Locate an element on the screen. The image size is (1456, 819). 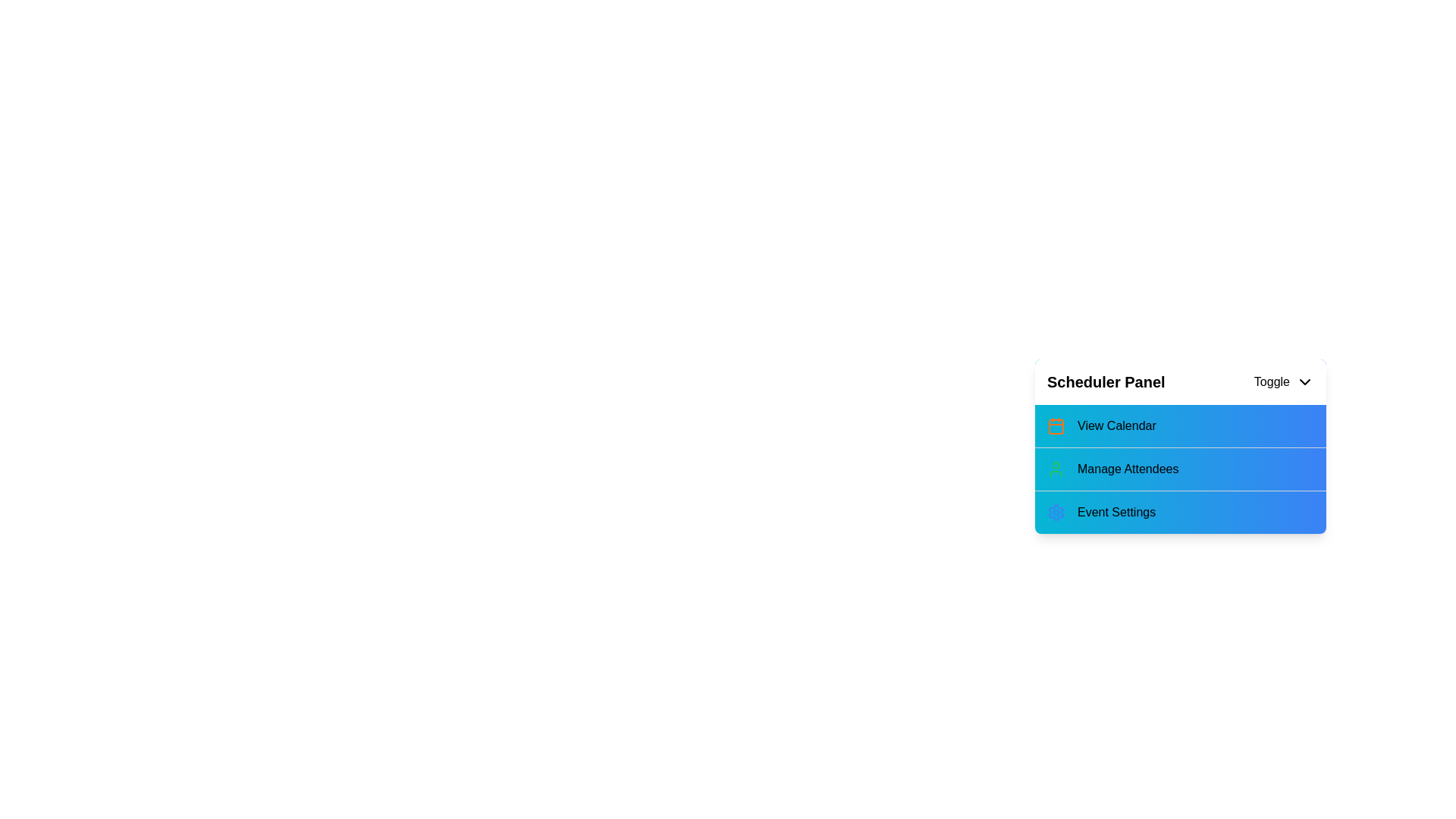
the 'Event Settings' option in the menu is located at coordinates (1179, 512).